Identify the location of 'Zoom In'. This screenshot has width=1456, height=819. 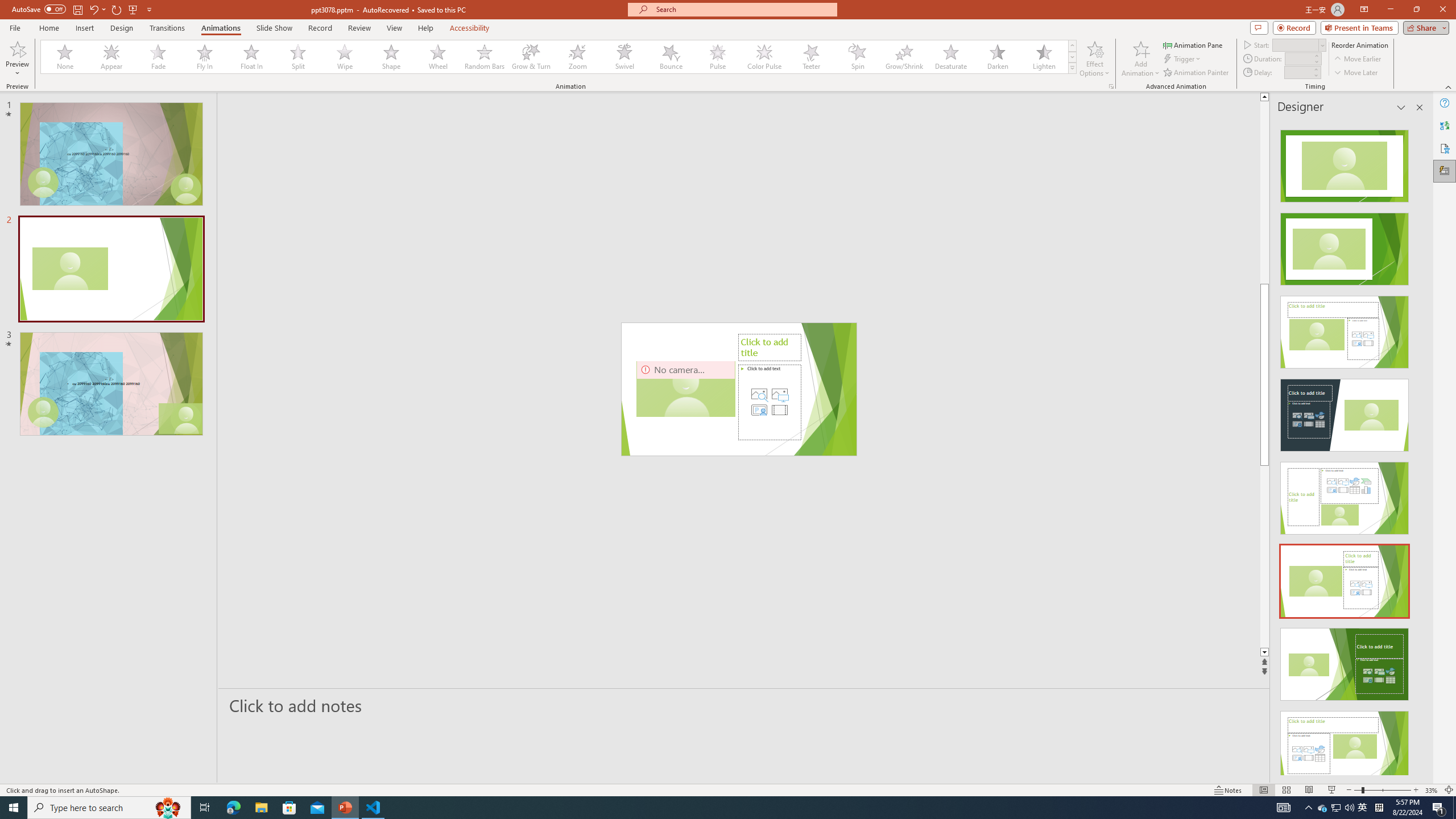
(1415, 790).